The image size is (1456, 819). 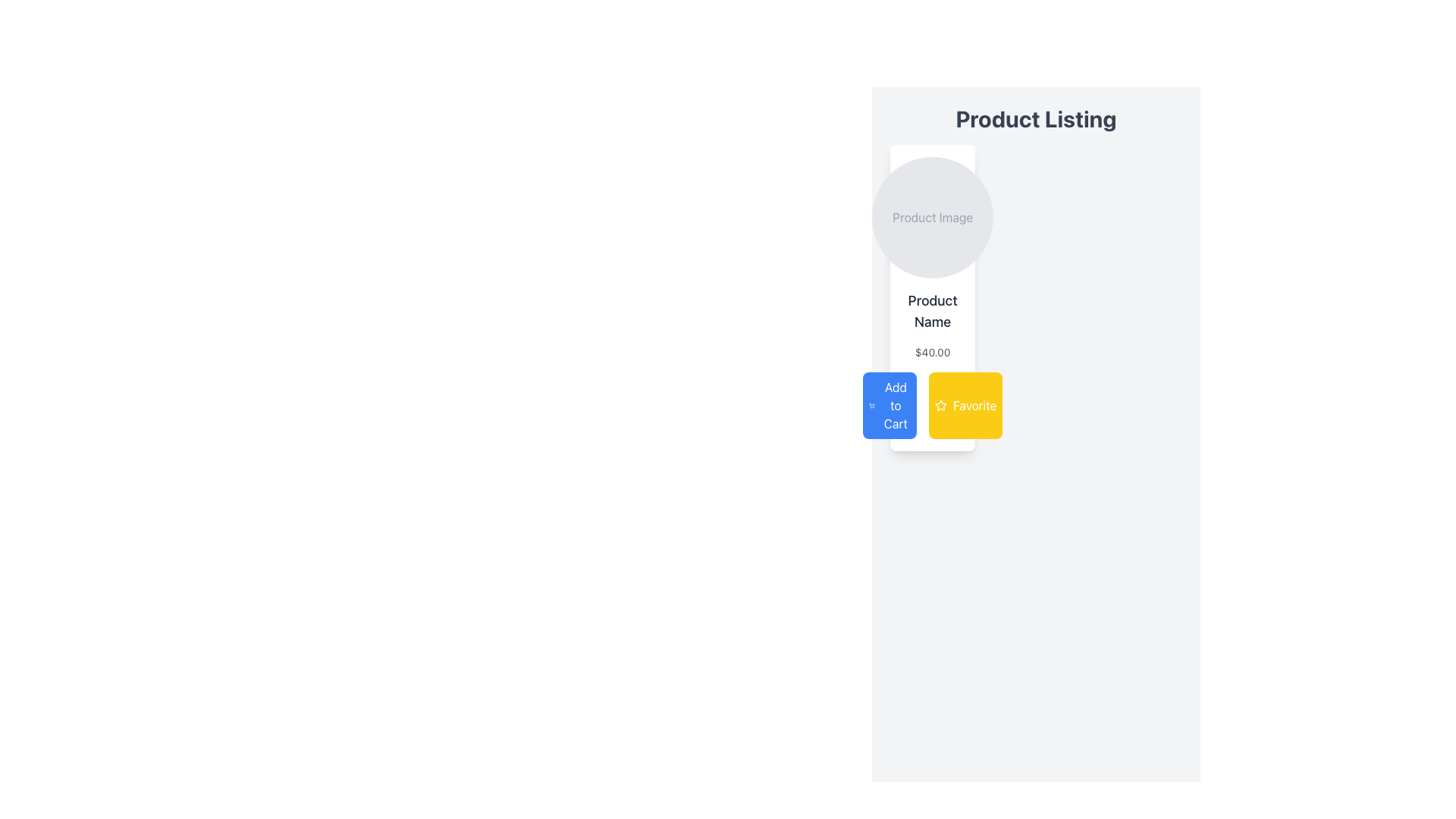 What do you see at coordinates (932, 353) in the screenshot?
I see `the Text Label displaying the product price, located at the center of the product card beneath the 'Product Name' and above the 'Add to Cart' and 'Favorite' buttons` at bounding box center [932, 353].